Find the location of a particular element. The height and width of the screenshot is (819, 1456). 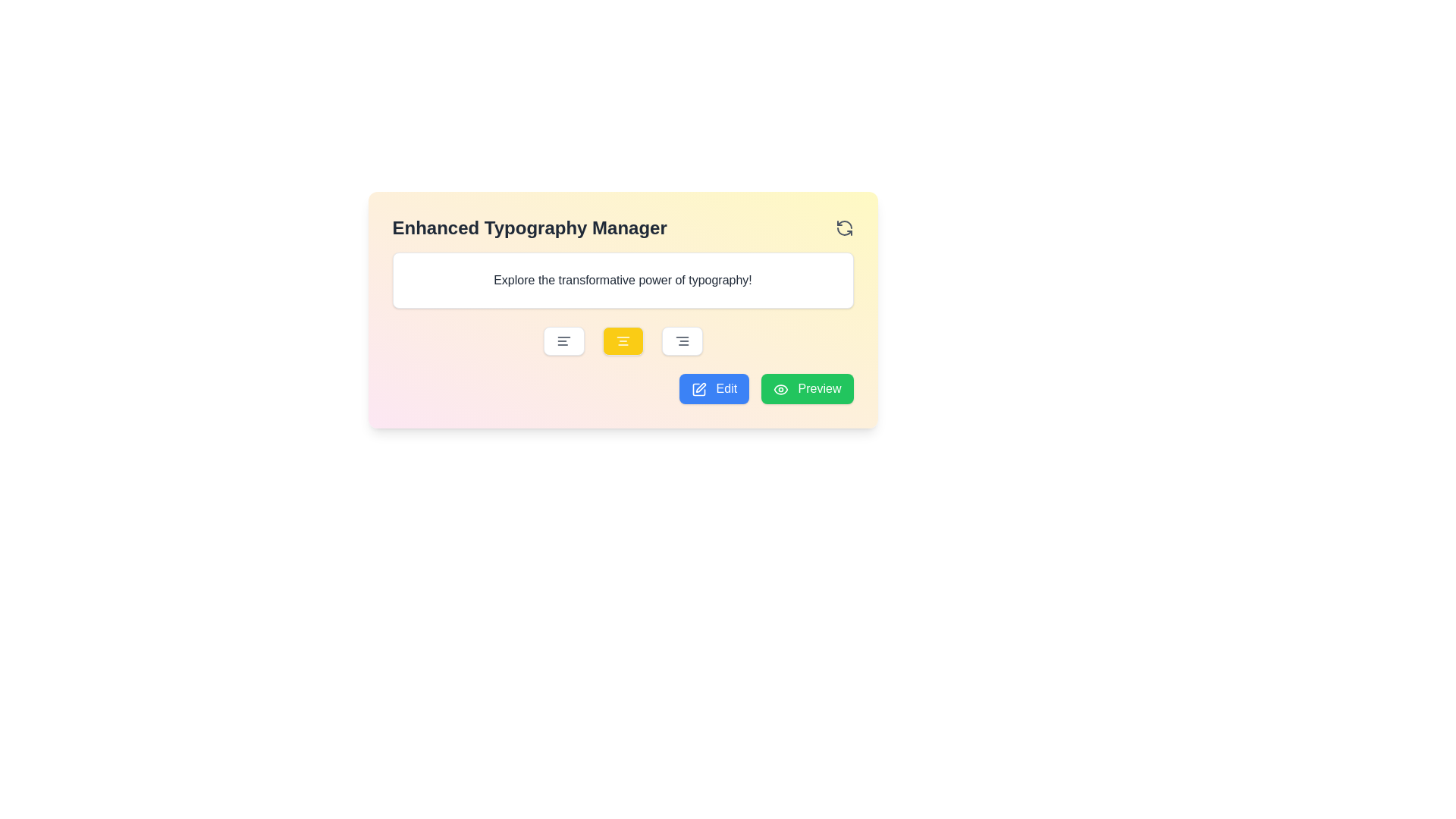

the square-shaped figure with rounded corners that is styled with a thin black border, located within the pen-and-square icon in the top-right portion of the interface is located at coordinates (698, 388).